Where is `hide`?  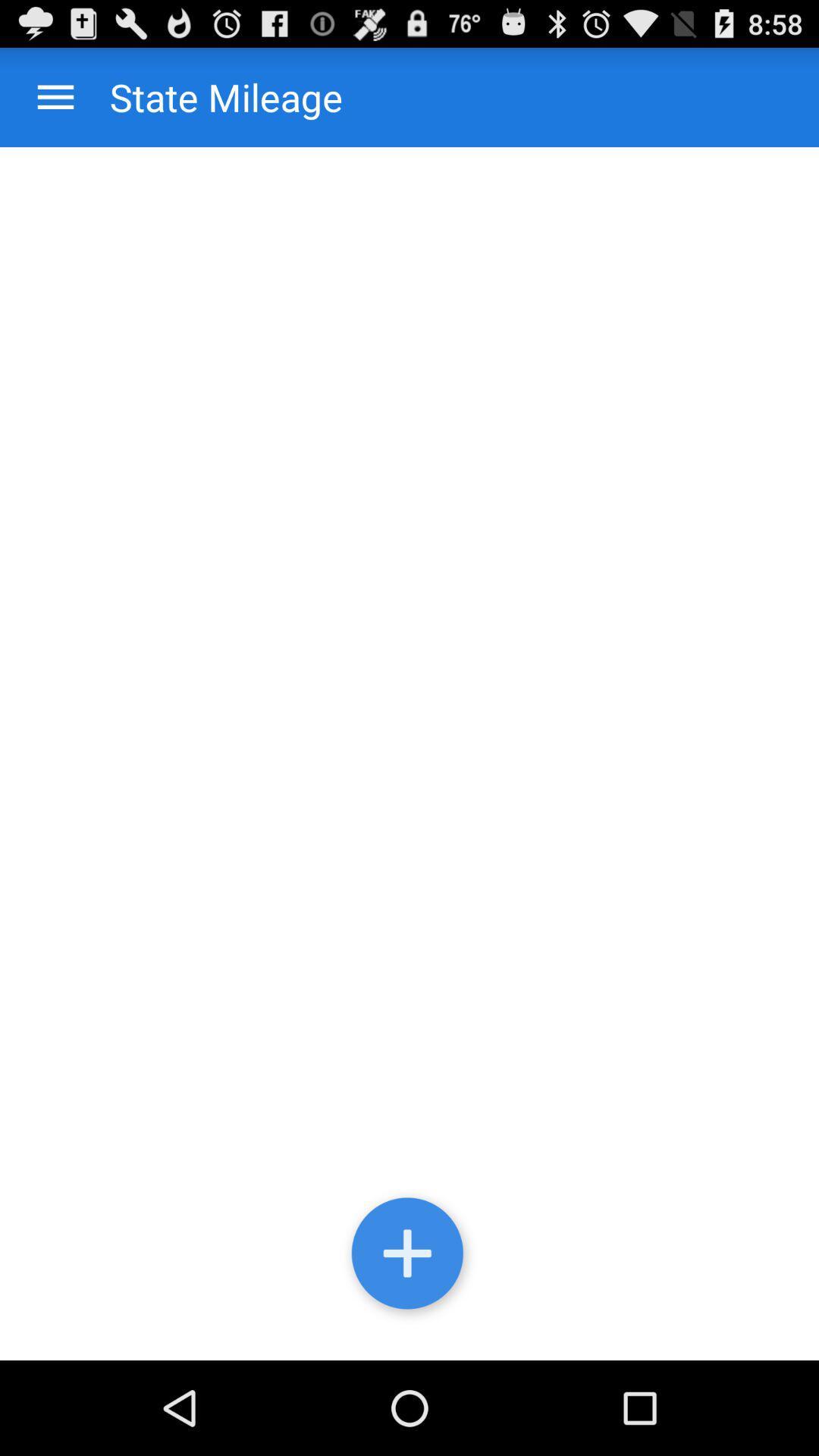 hide is located at coordinates (409, 1257).